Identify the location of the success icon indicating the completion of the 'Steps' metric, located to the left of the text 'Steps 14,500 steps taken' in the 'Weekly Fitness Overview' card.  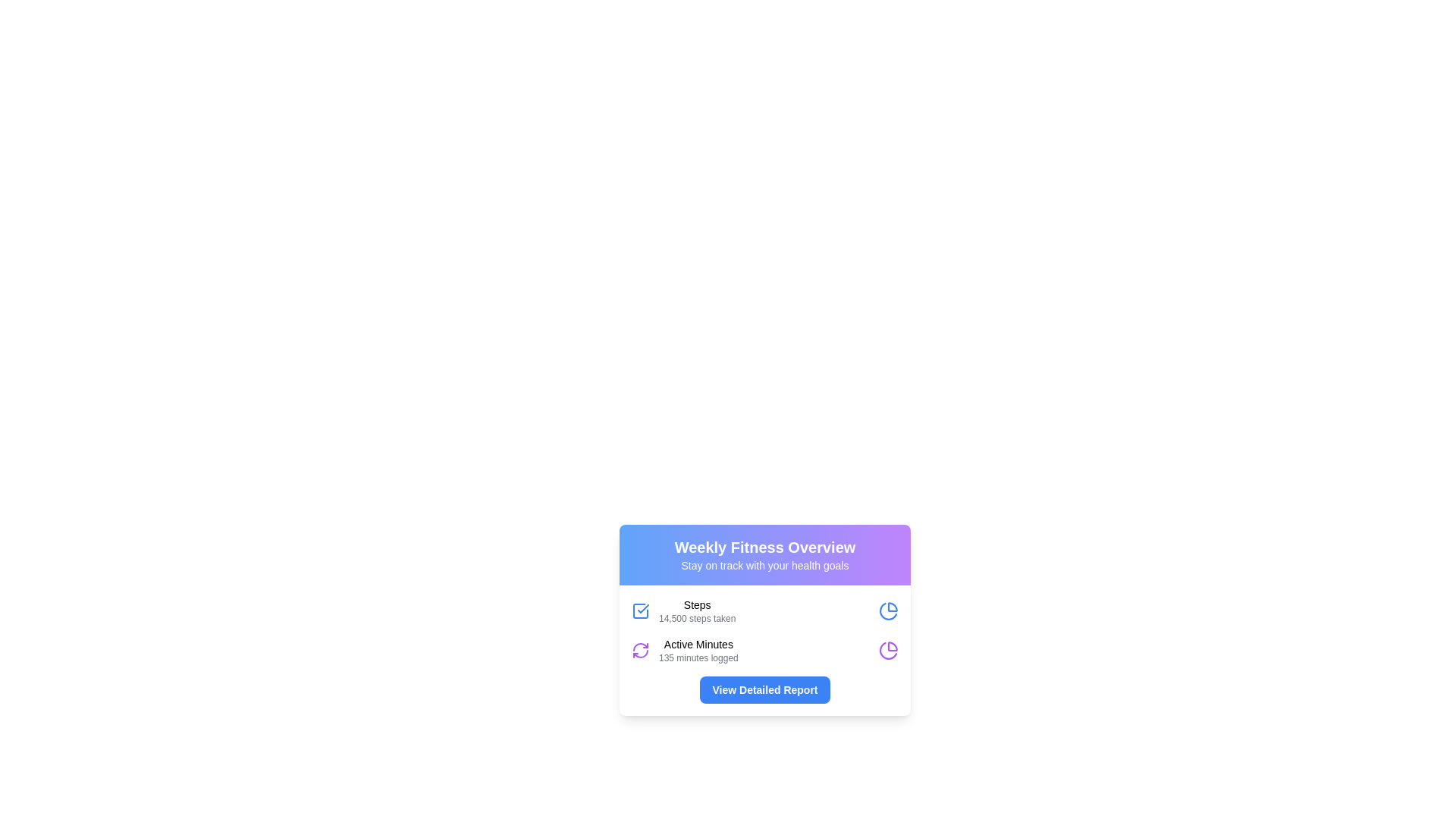
(640, 610).